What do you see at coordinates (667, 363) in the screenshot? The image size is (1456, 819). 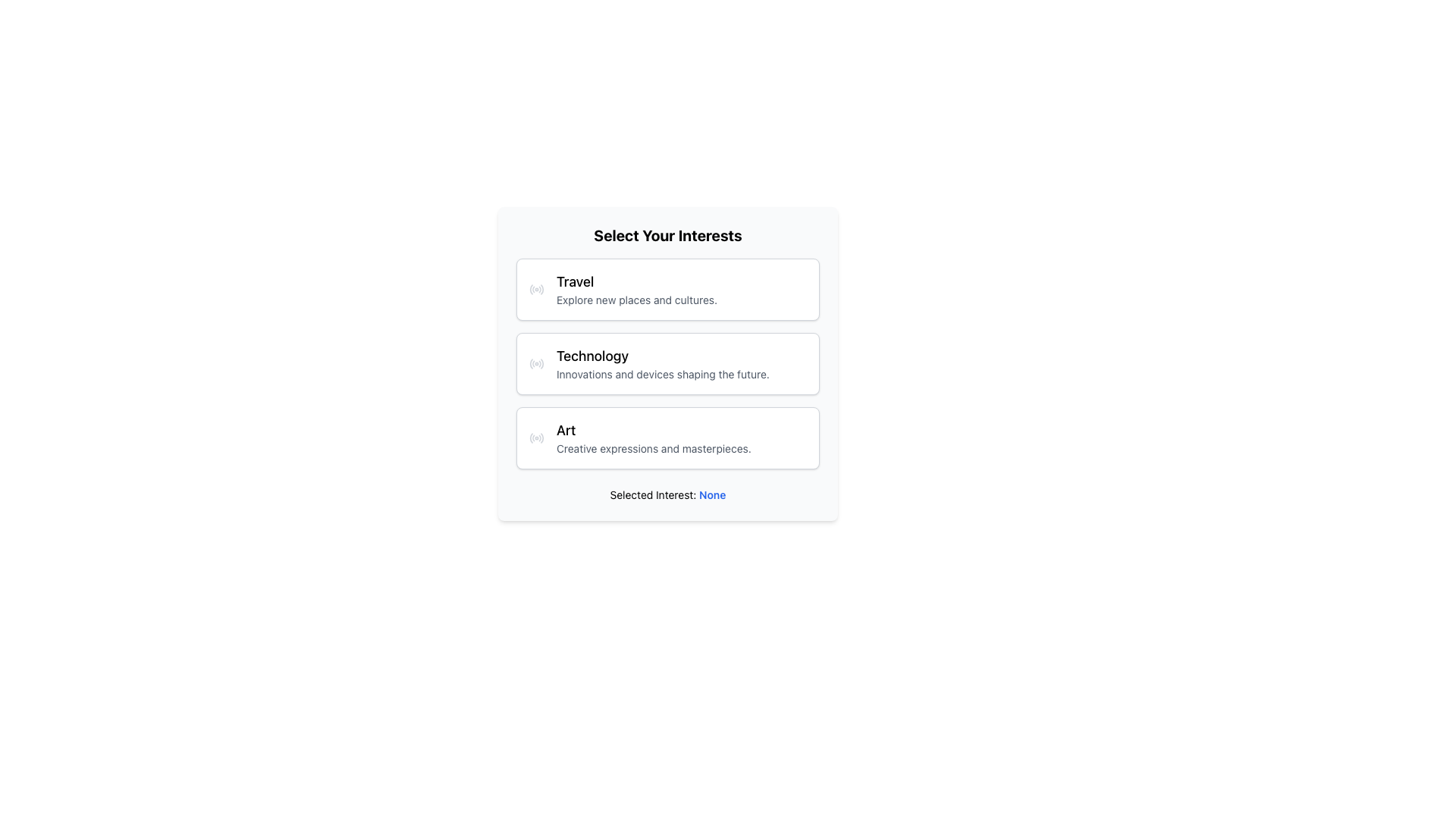 I see `the radio button selection element for 'Technology'` at bounding box center [667, 363].